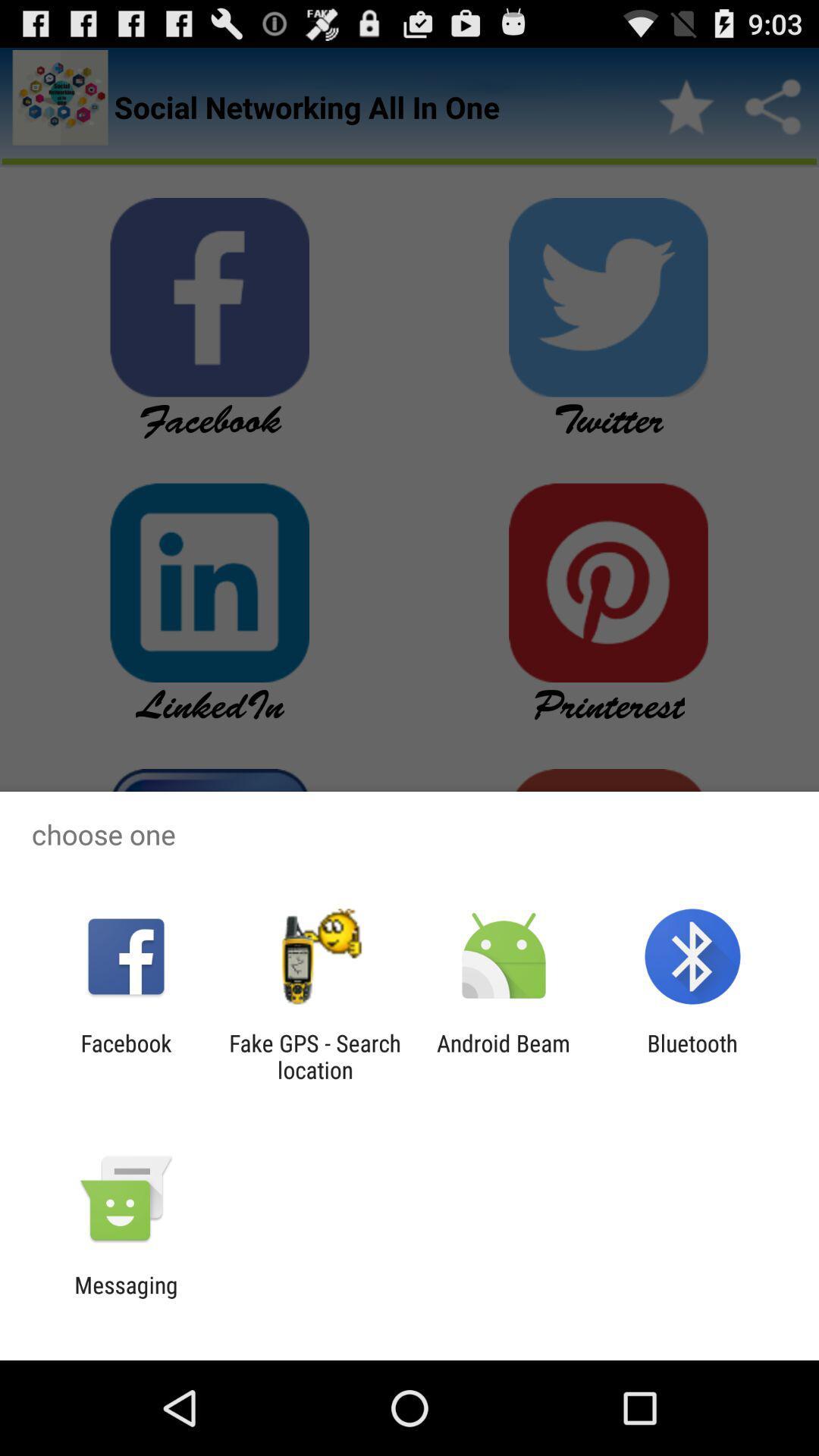 The image size is (819, 1456). I want to click on app next to the bluetooth icon, so click(504, 1056).